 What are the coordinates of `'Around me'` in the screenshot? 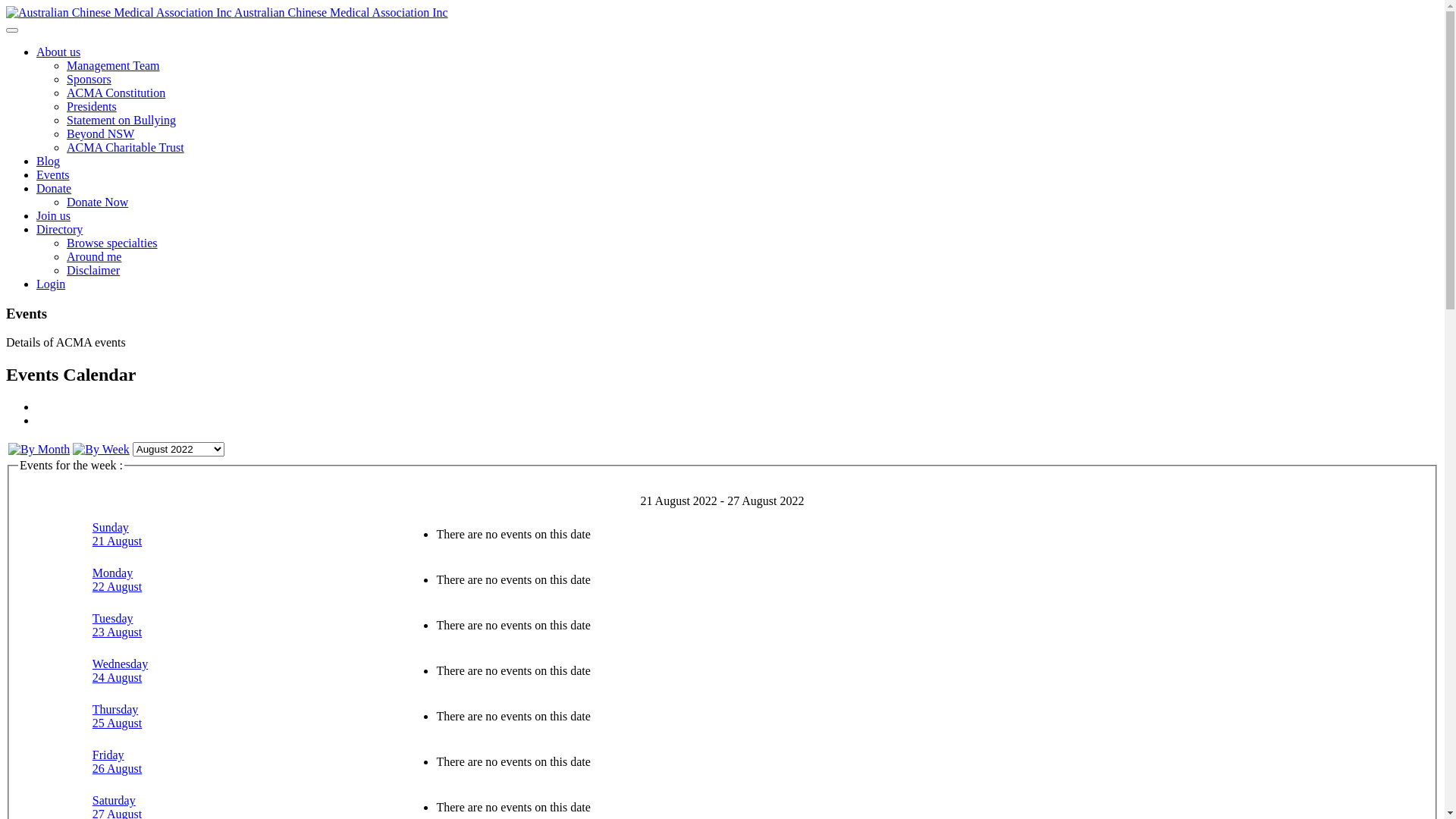 It's located at (93, 256).